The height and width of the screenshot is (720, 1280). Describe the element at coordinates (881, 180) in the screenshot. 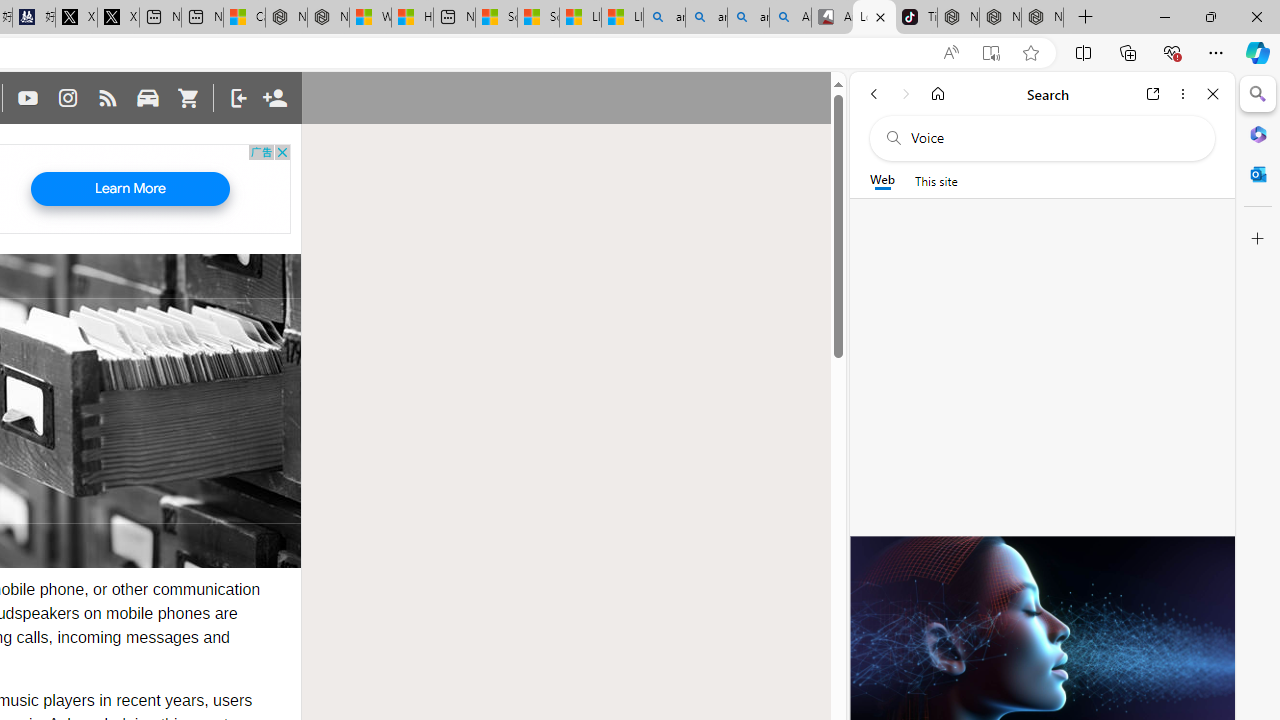

I see `'Web scope'` at that location.